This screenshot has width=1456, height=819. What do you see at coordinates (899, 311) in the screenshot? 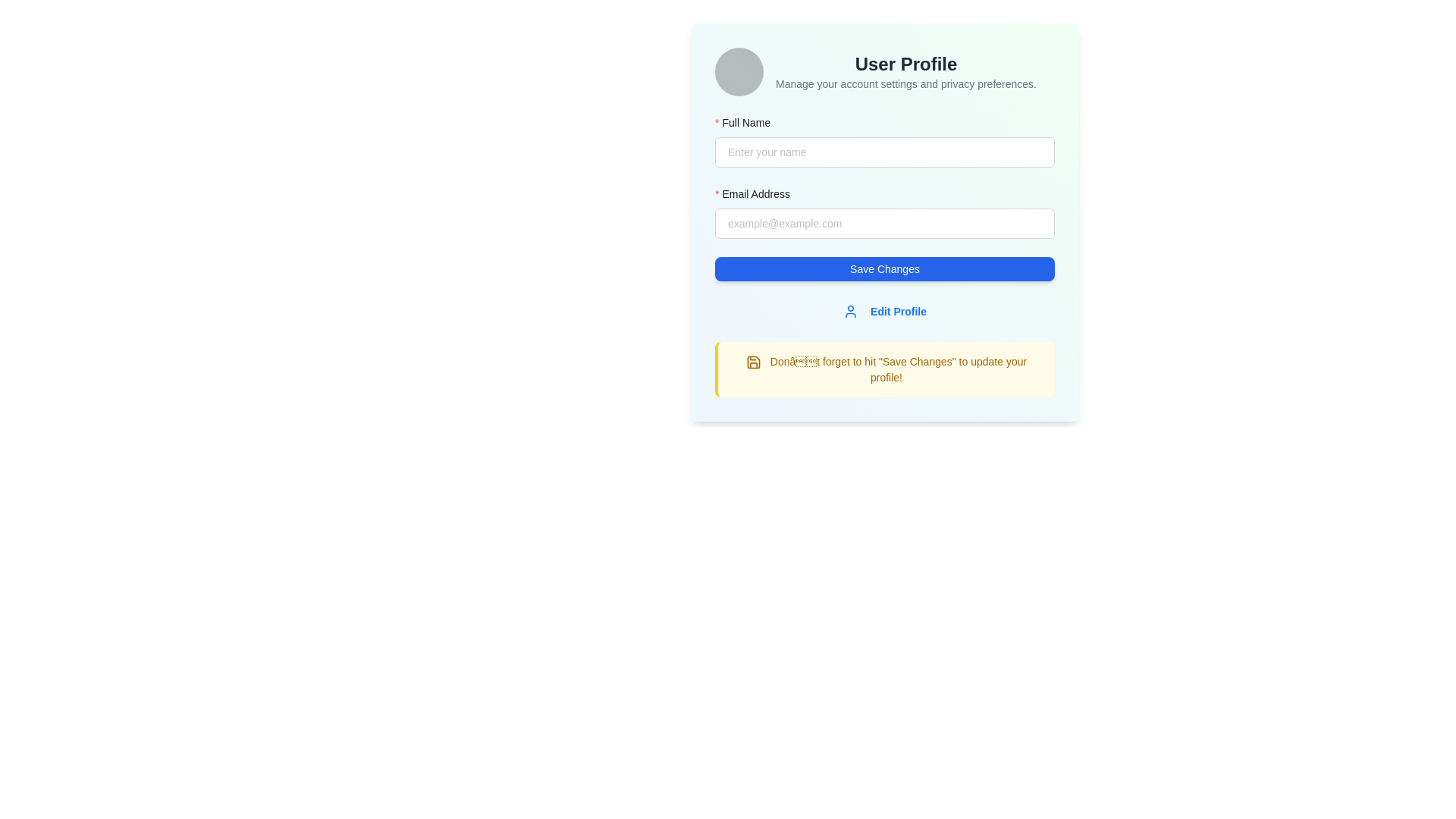
I see `the 'Edit Profile' text label, which is displayed in bold blue font and is located below the 'Save Changes' button, next to a user silhouette icon` at bounding box center [899, 311].